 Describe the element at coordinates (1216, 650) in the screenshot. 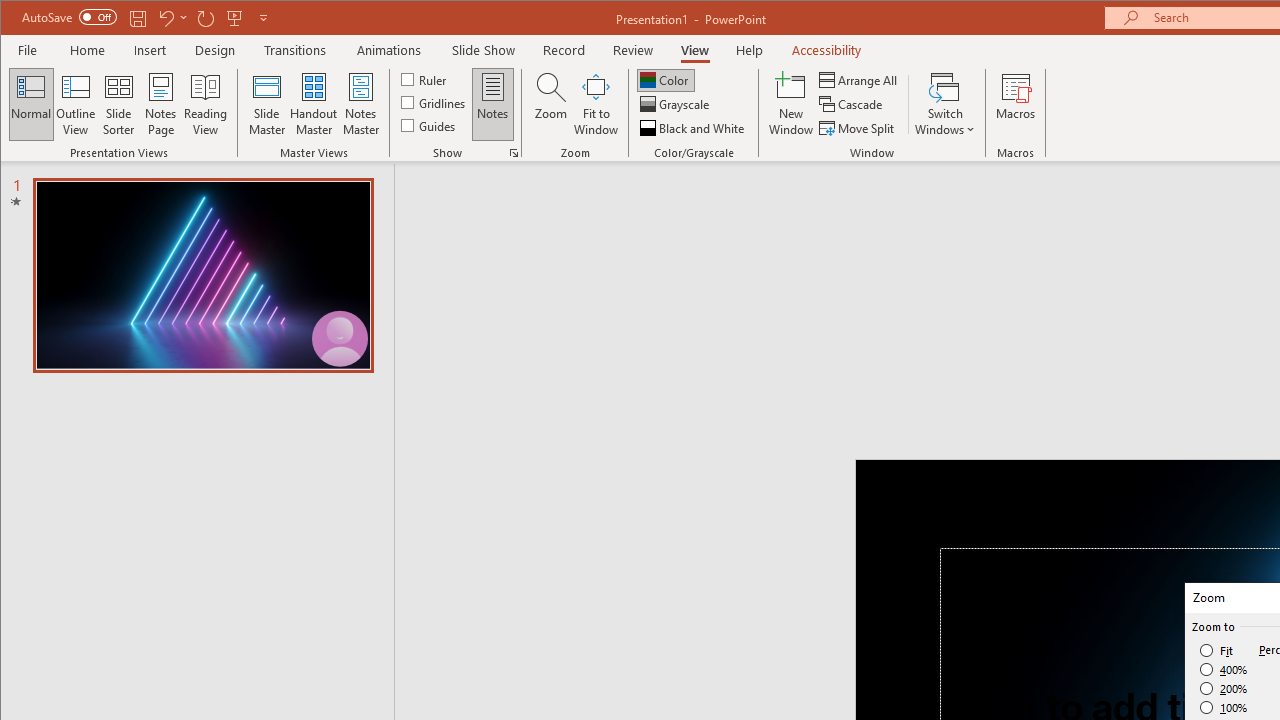

I see `'Fit'` at that location.